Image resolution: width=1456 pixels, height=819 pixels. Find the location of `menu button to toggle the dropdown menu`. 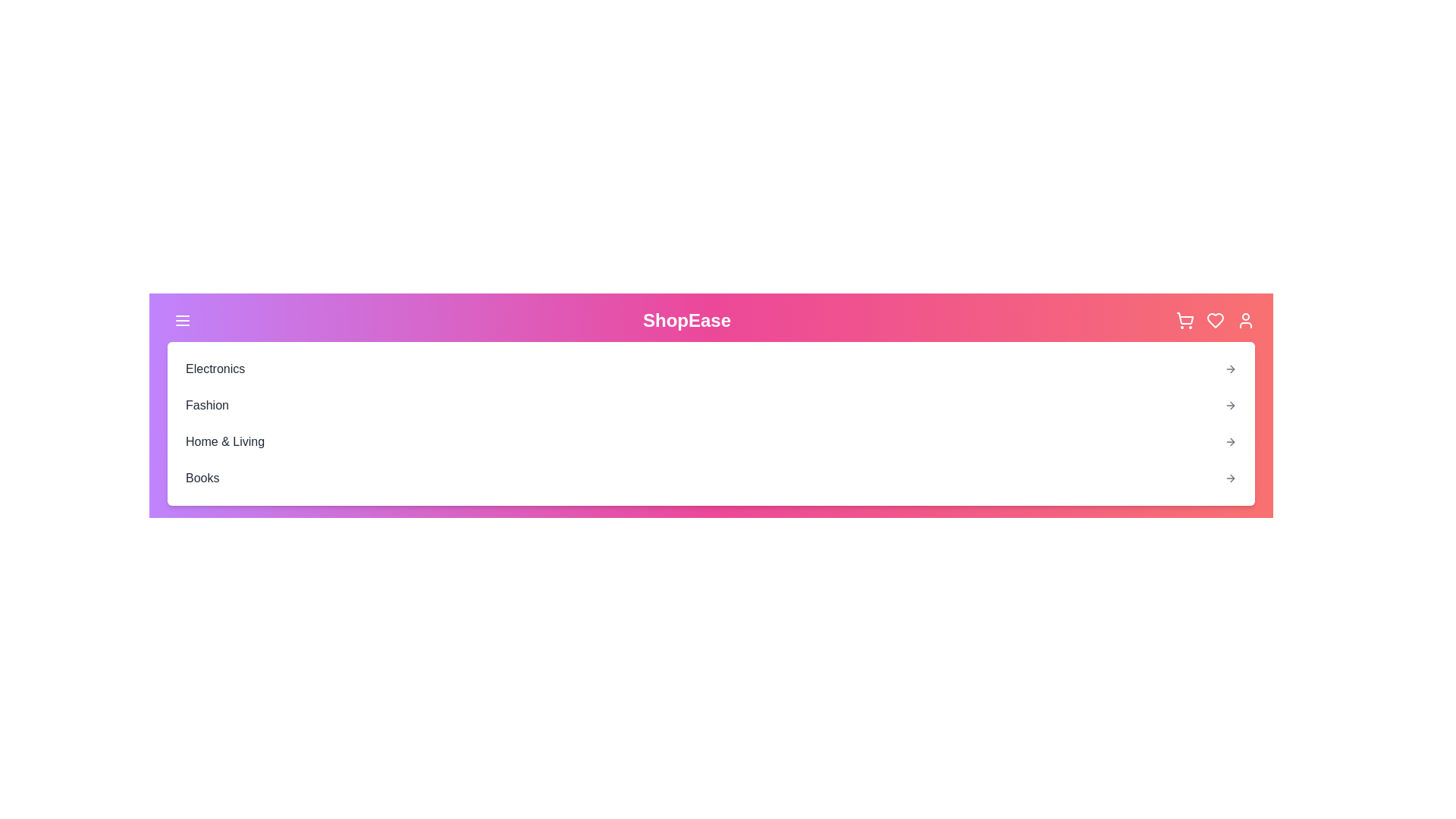

menu button to toggle the dropdown menu is located at coordinates (182, 320).